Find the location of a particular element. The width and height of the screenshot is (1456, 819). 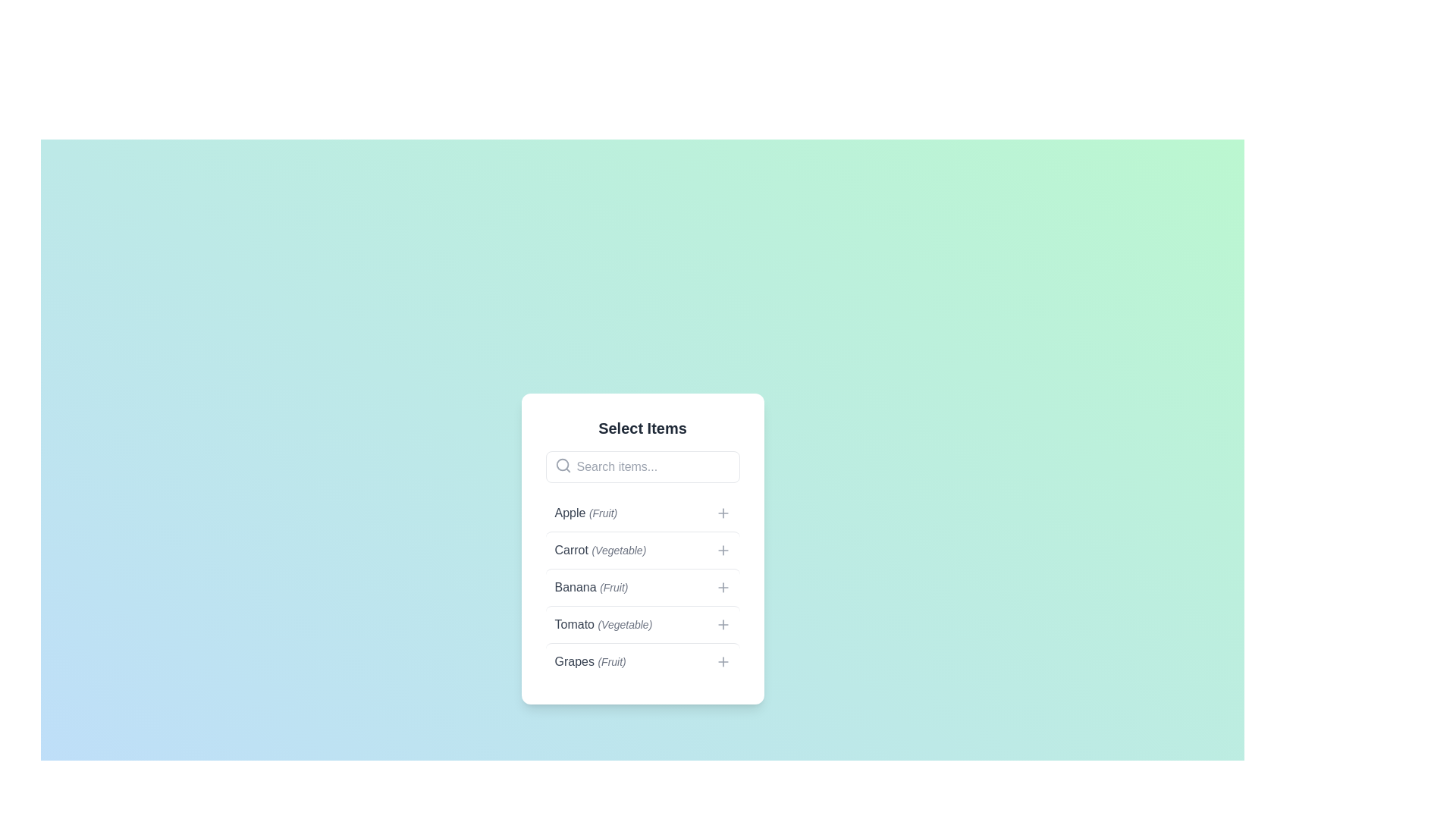

the text label displaying '(Fruit)' which is positioned next to 'Grapes' in the lower-right segment of the 'Grapes (Fruit)' entry is located at coordinates (612, 661).